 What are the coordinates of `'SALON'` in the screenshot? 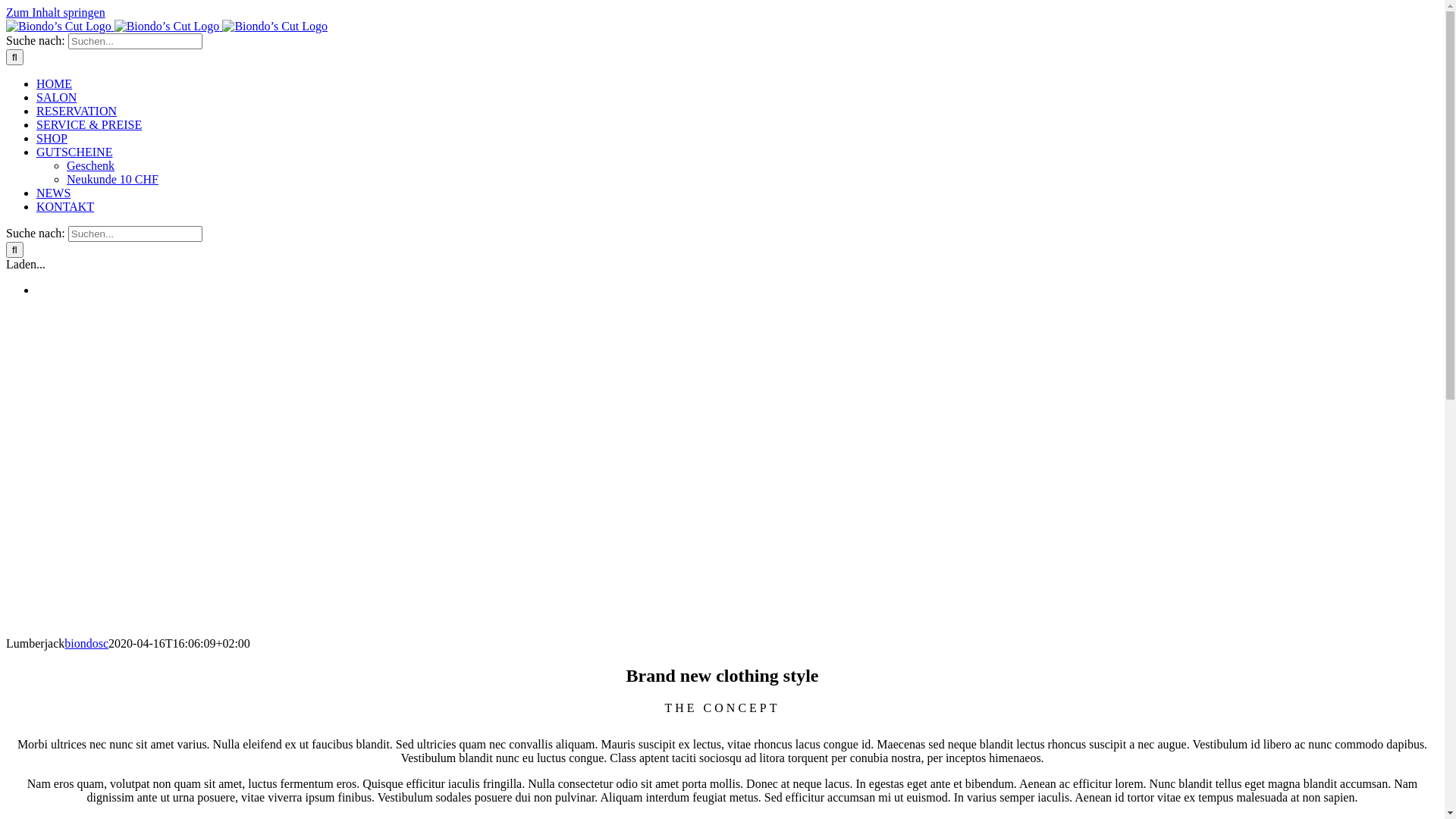 It's located at (56, 97).